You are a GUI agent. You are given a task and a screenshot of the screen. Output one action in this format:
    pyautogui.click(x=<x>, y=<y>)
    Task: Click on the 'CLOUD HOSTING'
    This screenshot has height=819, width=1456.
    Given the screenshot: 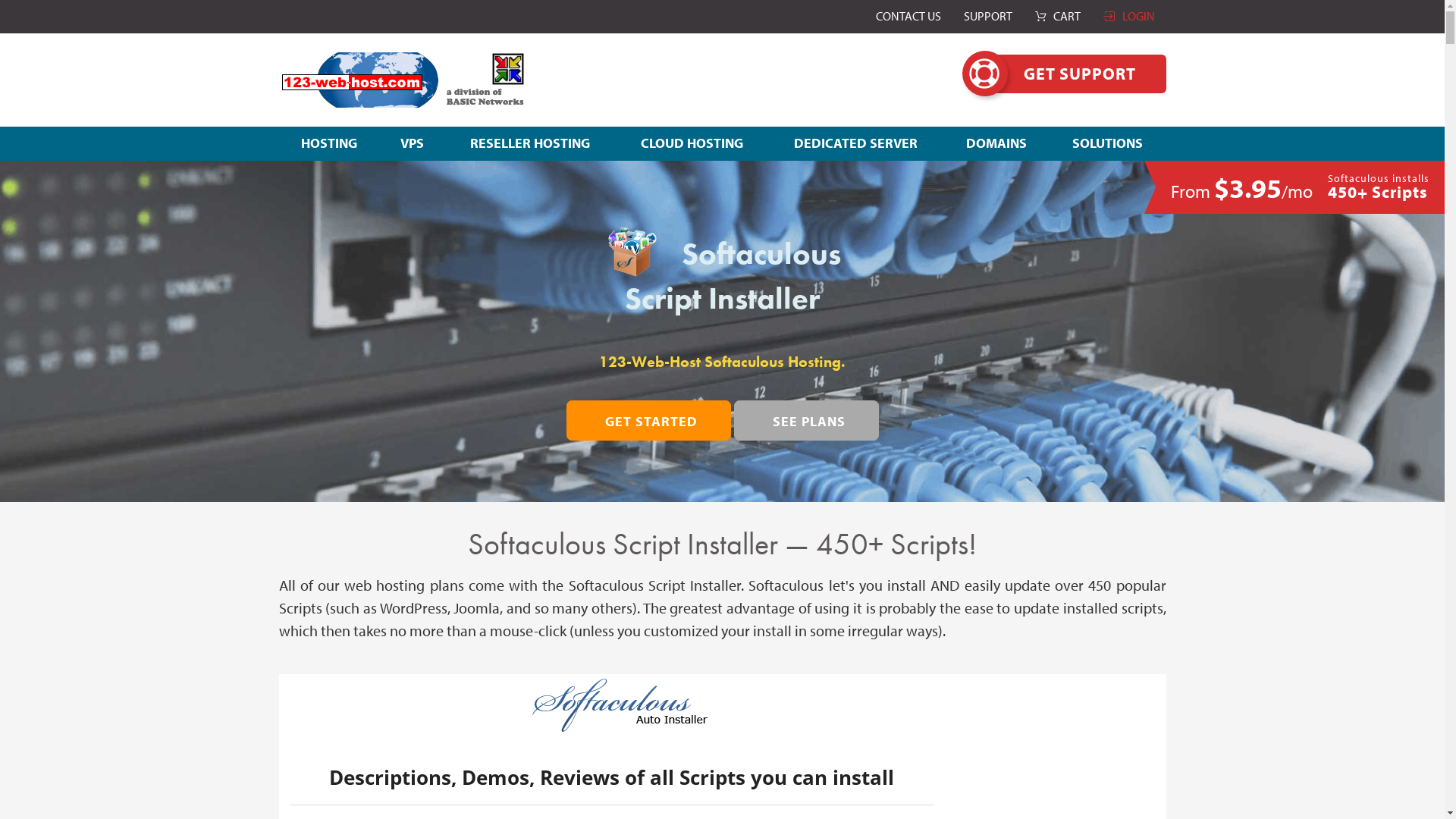 What is the action you would take?
    pyautogui.click(x=691, y=143)
    